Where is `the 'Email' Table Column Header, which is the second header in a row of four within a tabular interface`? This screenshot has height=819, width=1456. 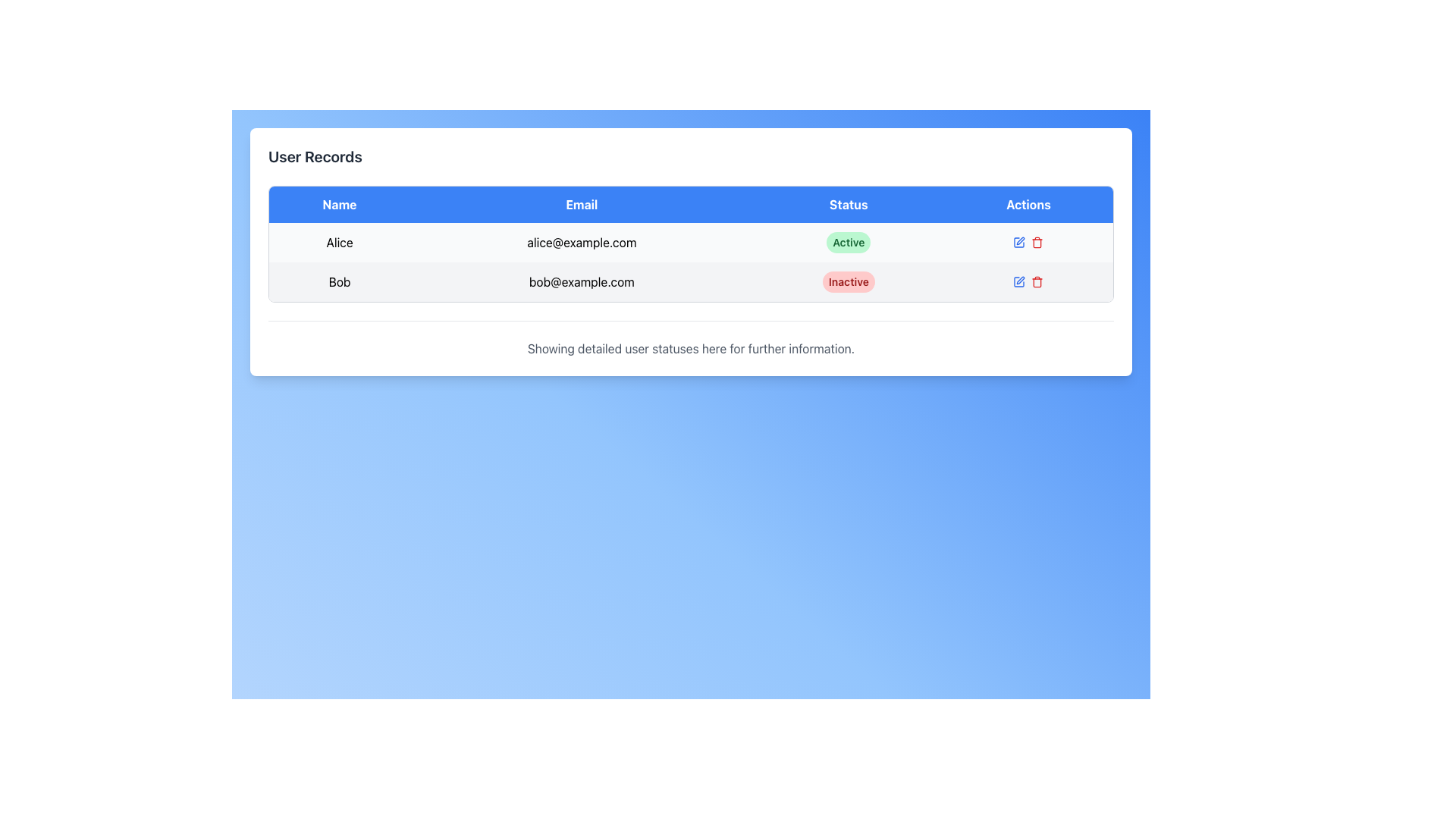 the 'Email' Table Column Header, which is the second header in a row of four within a tabular interface is located at coordinates (581, 205).